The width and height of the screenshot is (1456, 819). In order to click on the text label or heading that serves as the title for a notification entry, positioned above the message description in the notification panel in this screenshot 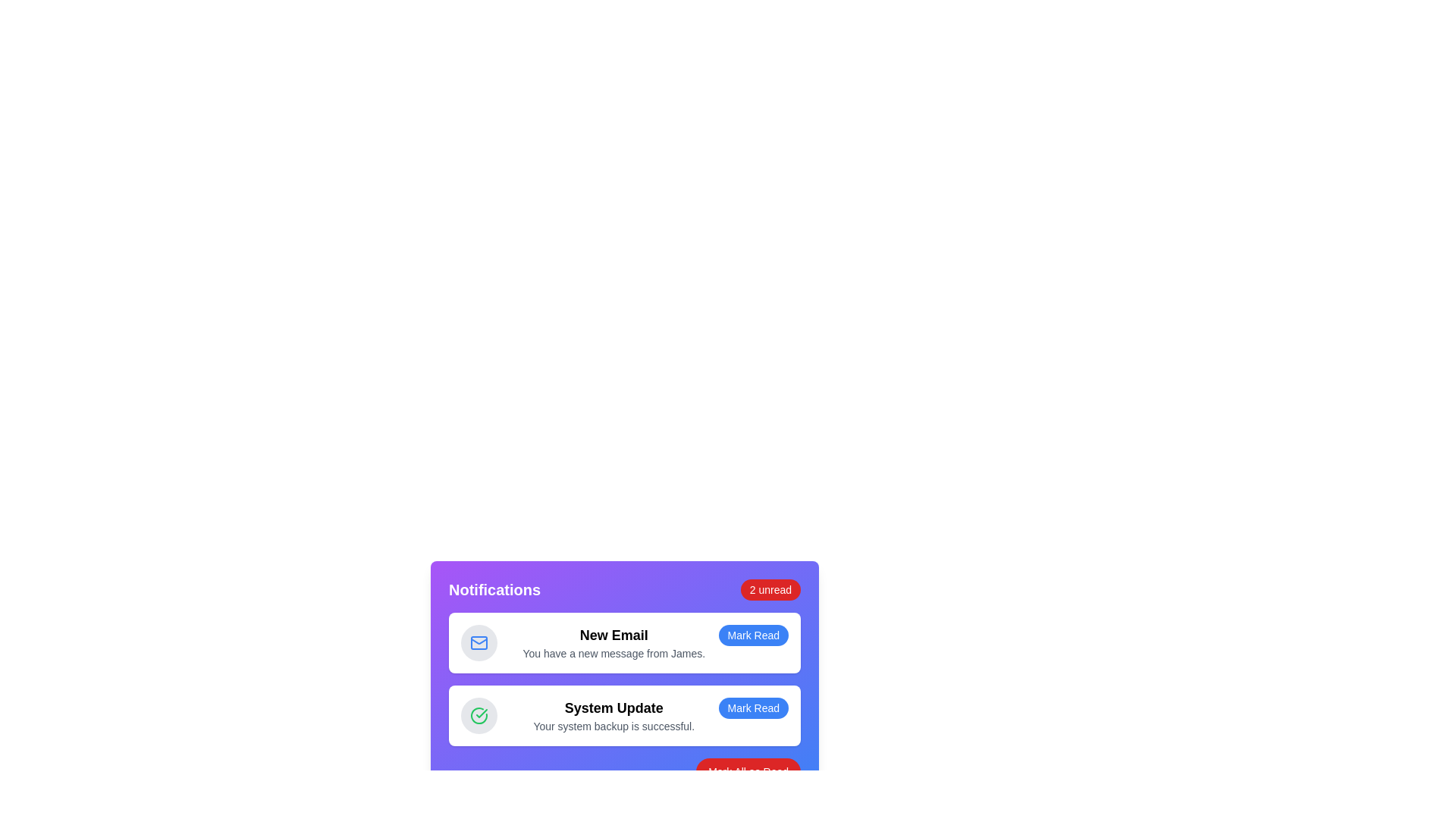, I will do `click(613, 635)`.